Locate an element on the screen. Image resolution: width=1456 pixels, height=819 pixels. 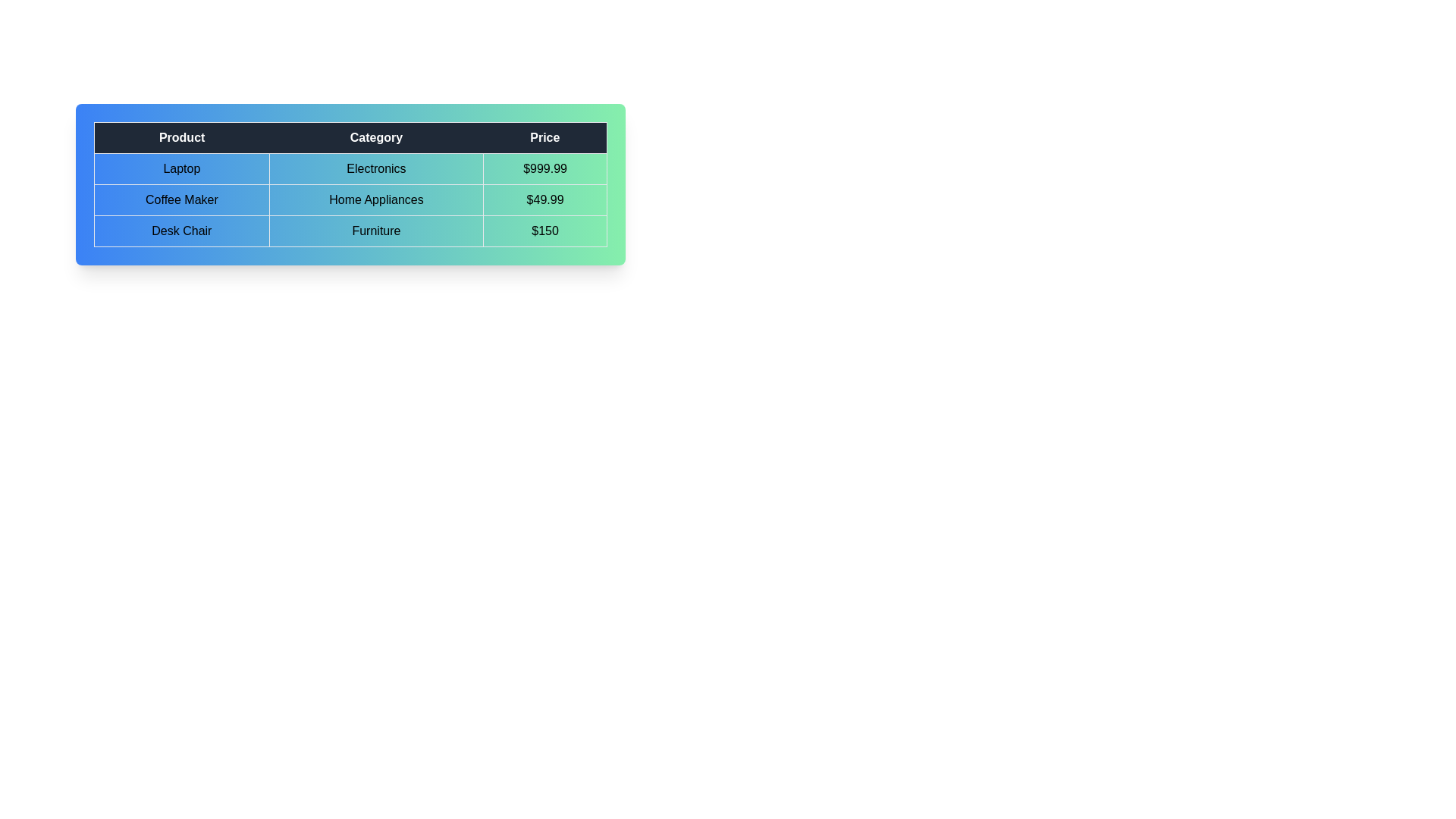
the first row of the table containing the text 'Laptop', 'Electronics', and '$999.99', which is structured with three sections under the respective headers is located at coordinates (350, 169).